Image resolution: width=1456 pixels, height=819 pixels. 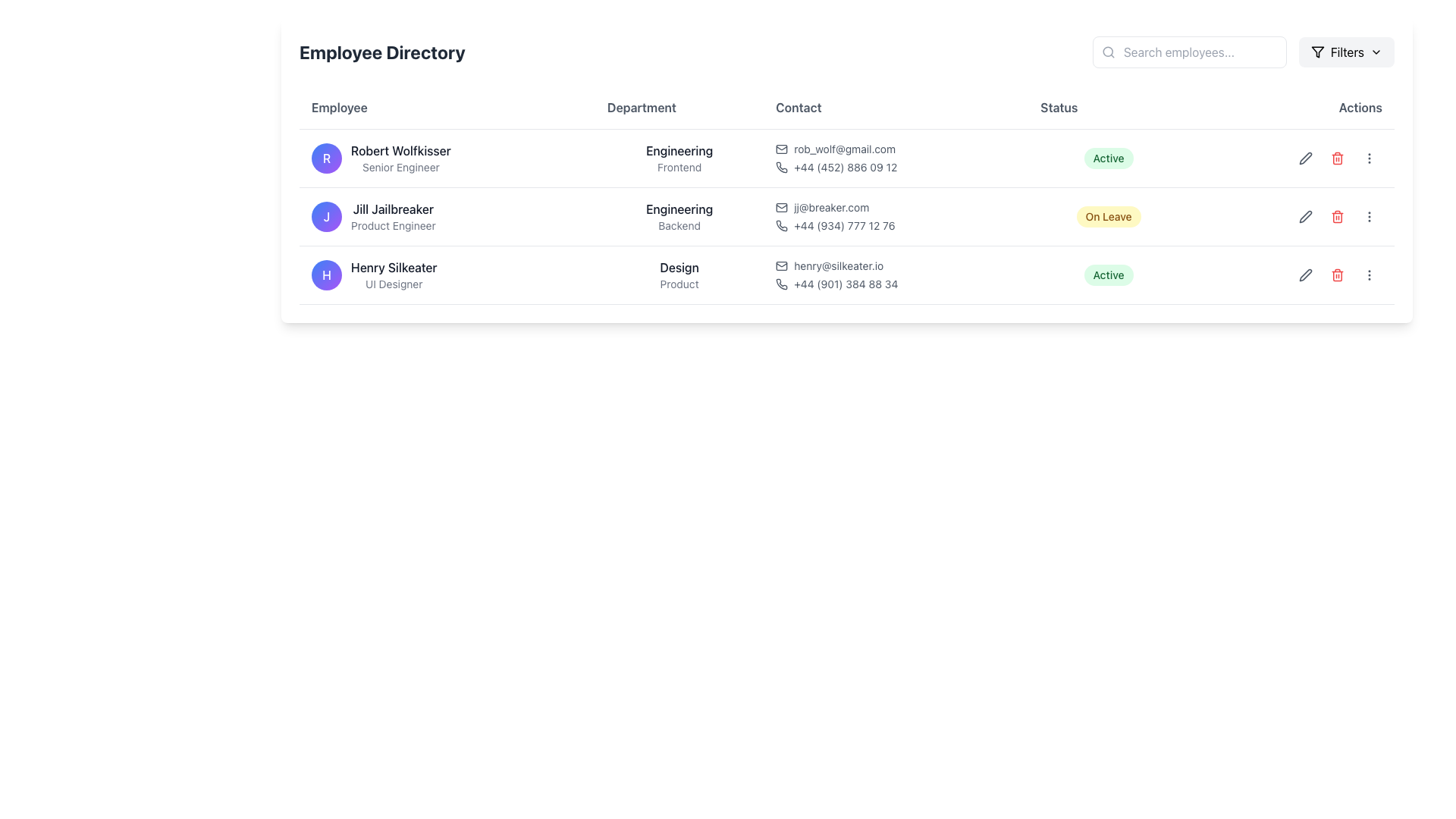 I want to click on the table row representing the personnel entry for 'Jill Jailbreaker', so click(x=846, y=216).